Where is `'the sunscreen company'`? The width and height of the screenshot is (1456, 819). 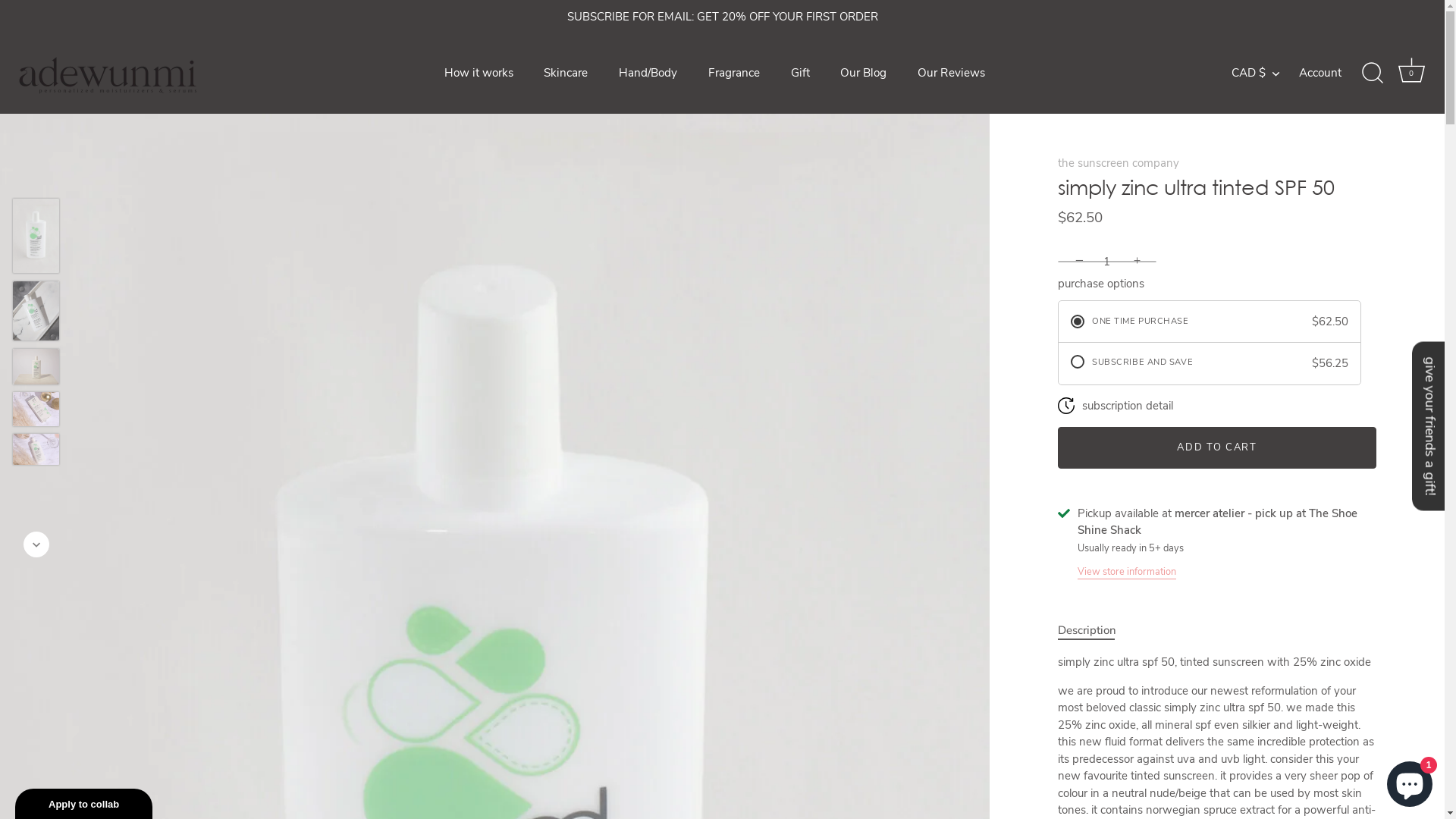
'the sunscreen company' is located at coordinates (1057, 162).